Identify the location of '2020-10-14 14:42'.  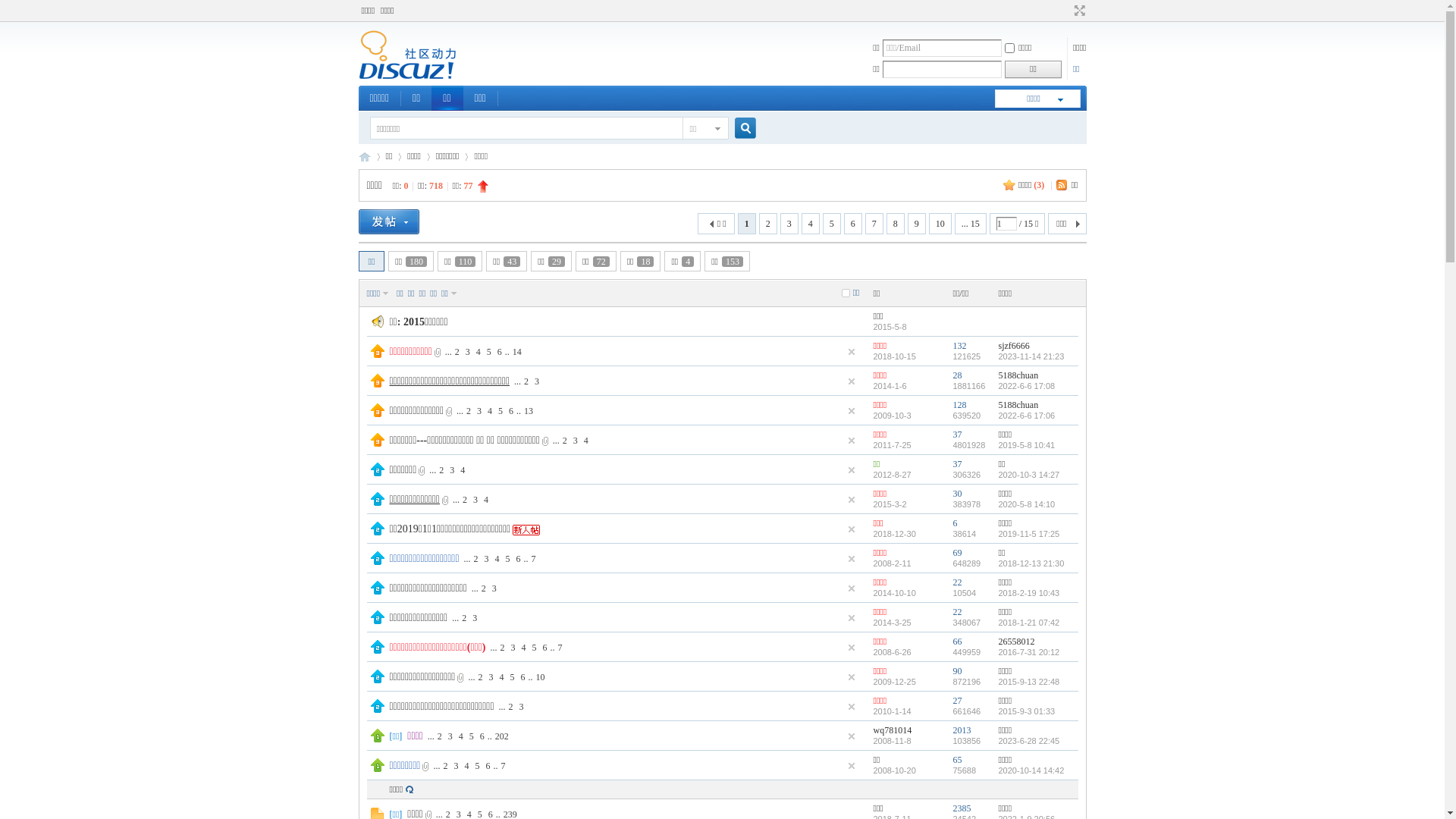
(997, 770).